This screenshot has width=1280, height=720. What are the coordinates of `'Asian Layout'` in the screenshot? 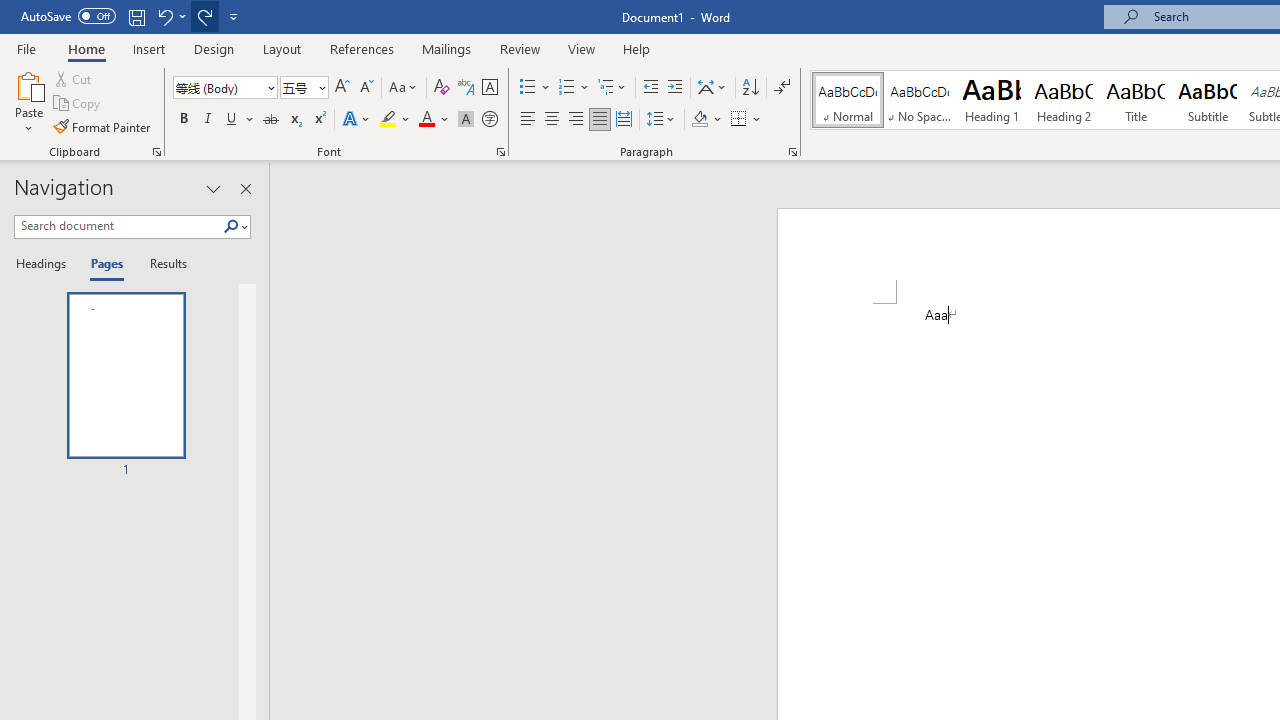 It's located at (712, 86).